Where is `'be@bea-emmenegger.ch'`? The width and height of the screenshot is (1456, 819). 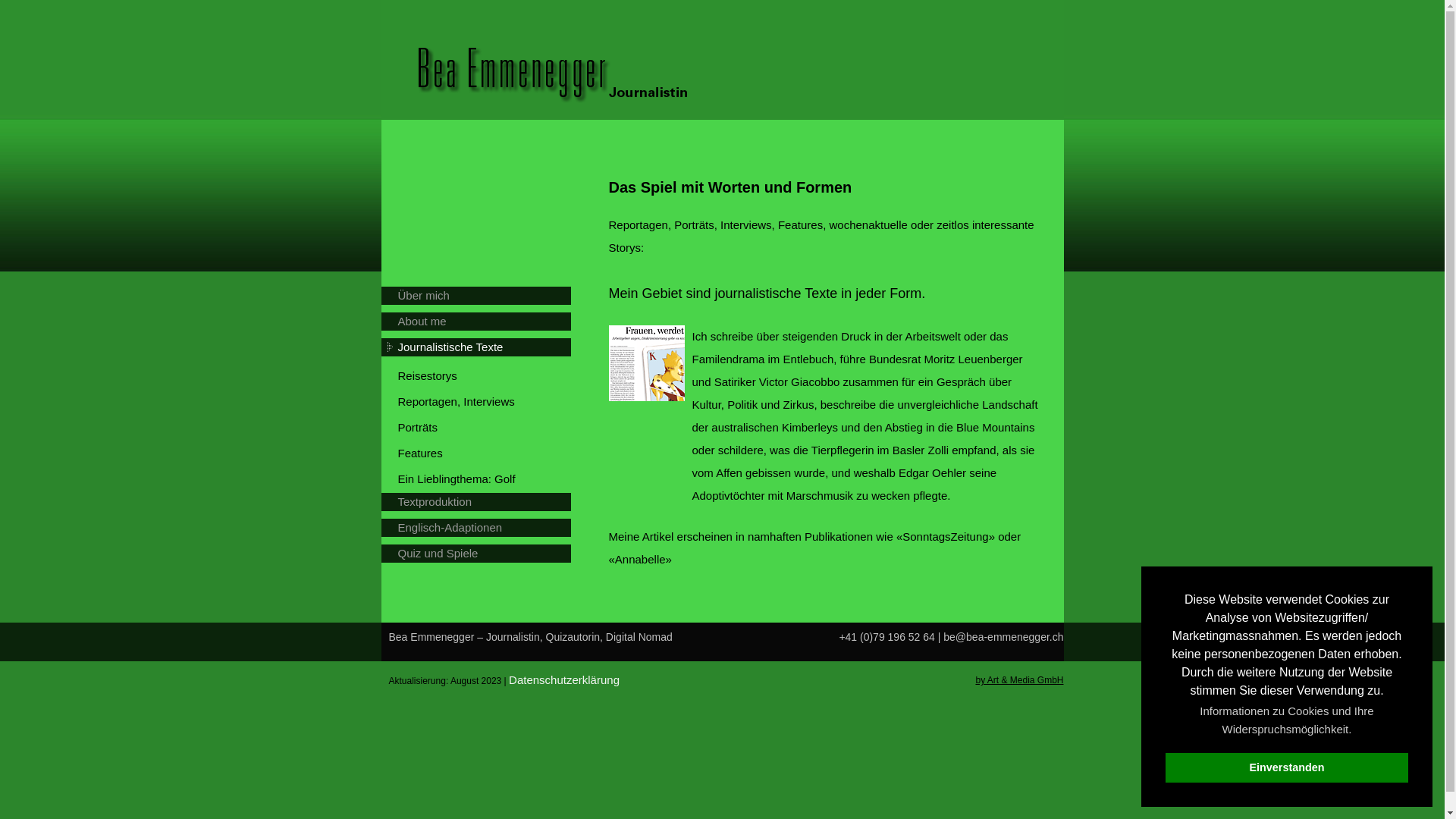 'be@bea-emmenegger.ch' is located at coordinates (942, 637).